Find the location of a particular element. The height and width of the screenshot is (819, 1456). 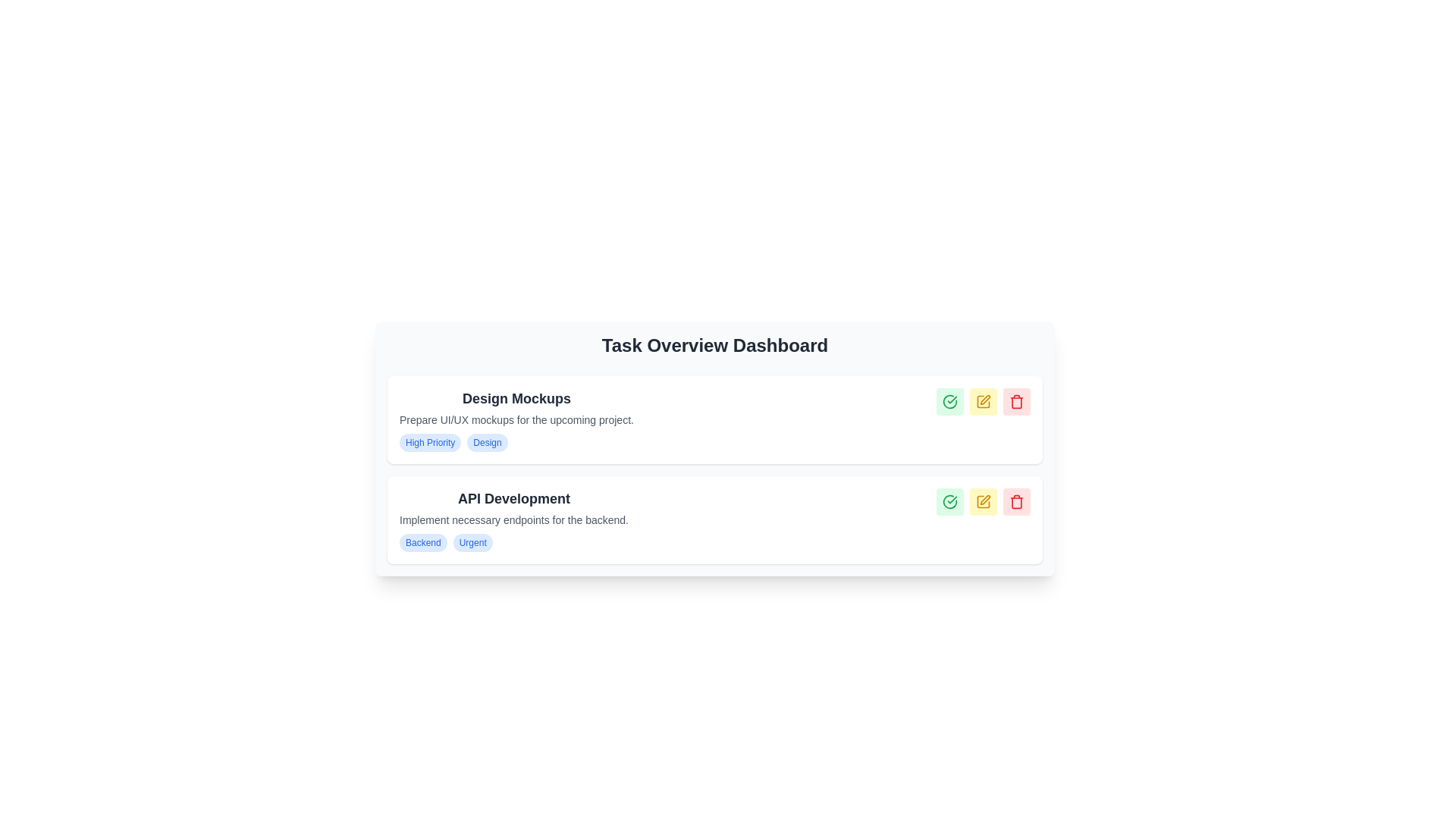

the 'Design' badge, which is a label styled with a rounded rectangle background in light blue, located in the 'Design Mockups' section of the task overview dashboard is located at coordinates (488, 442).